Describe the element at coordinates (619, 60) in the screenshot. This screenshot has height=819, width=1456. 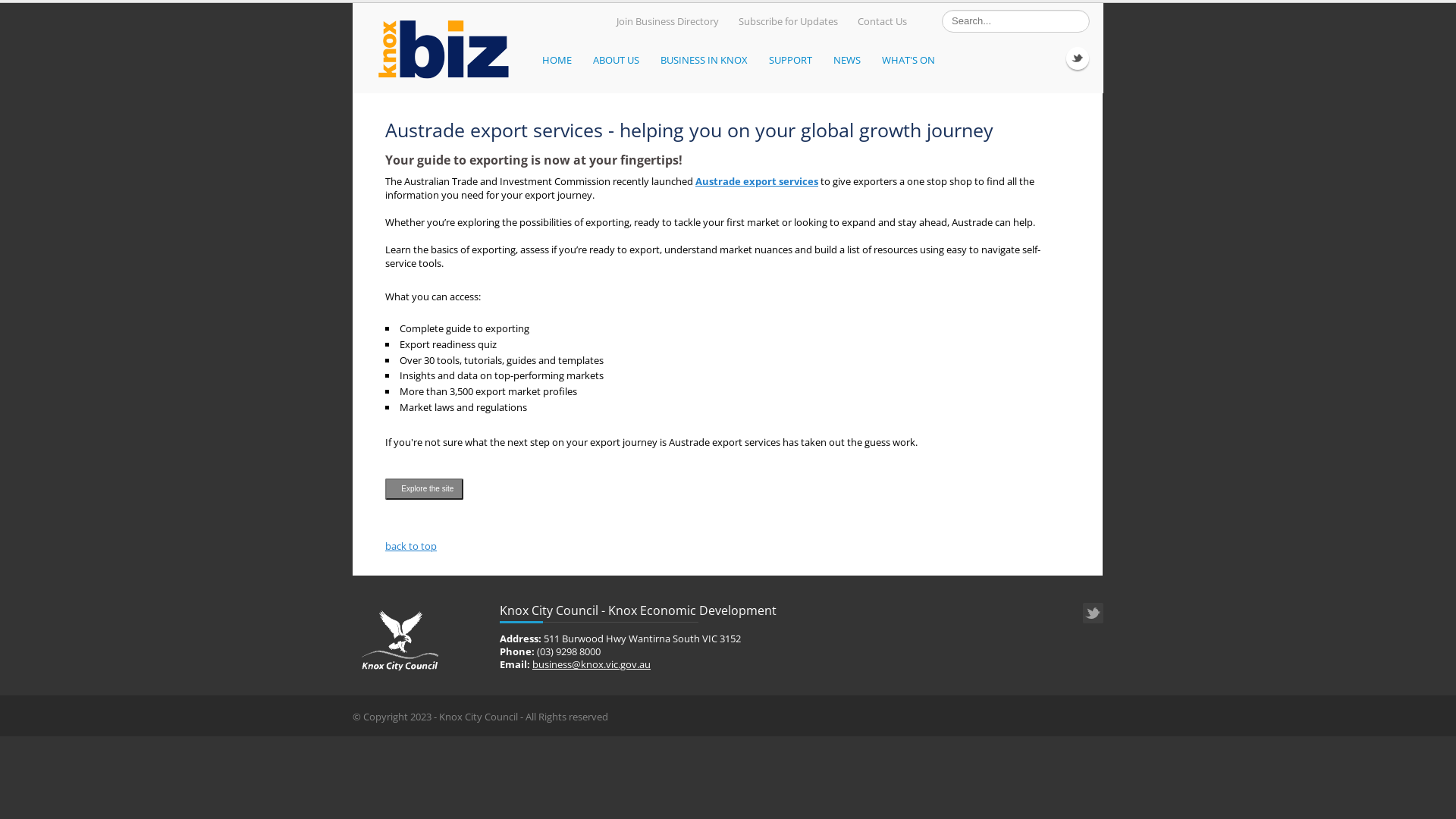
I see `'ABOUT US'` at that location.